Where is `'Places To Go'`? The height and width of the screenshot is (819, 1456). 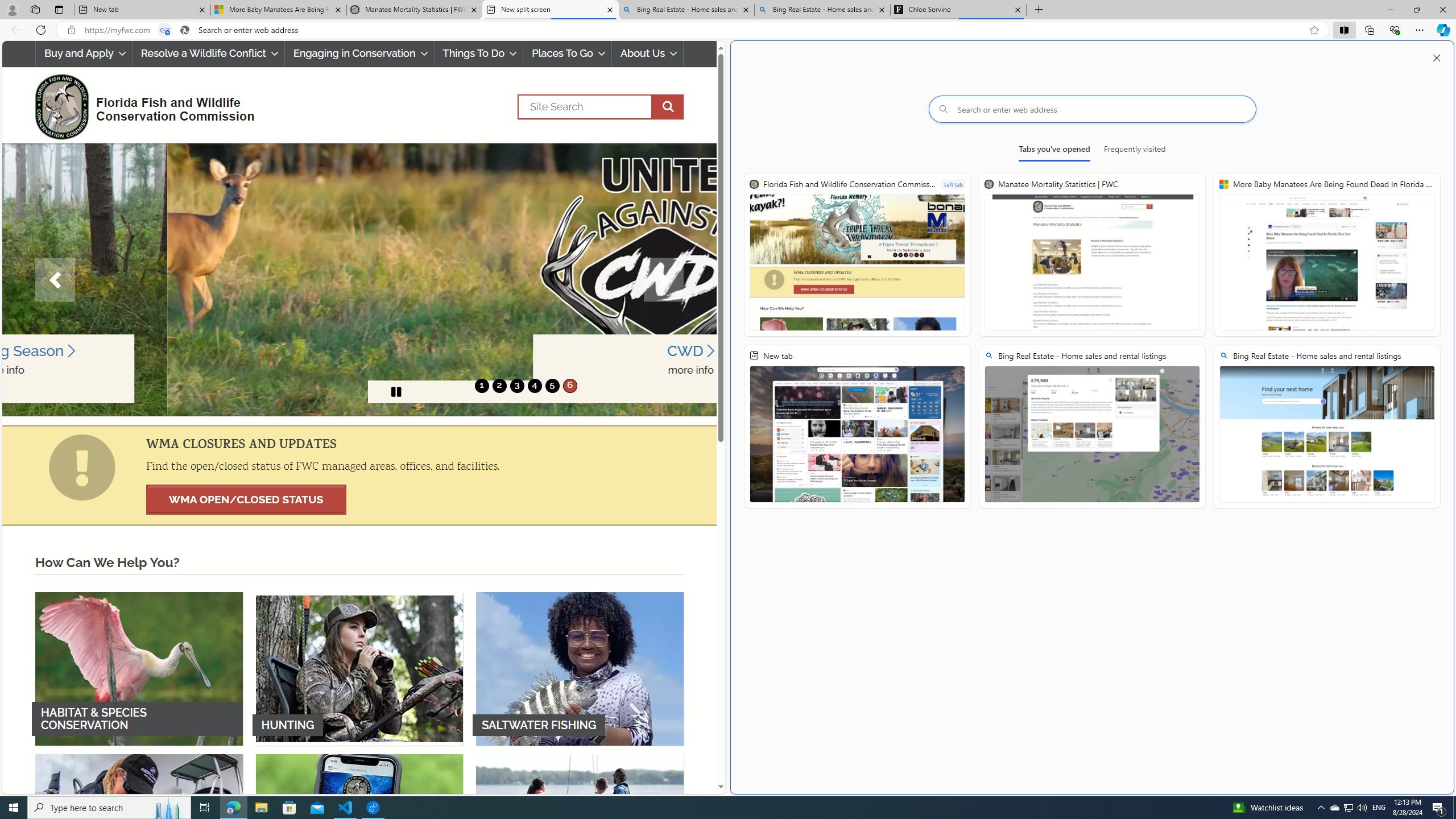 'Places To Go' is located at coordinates (566, 53).